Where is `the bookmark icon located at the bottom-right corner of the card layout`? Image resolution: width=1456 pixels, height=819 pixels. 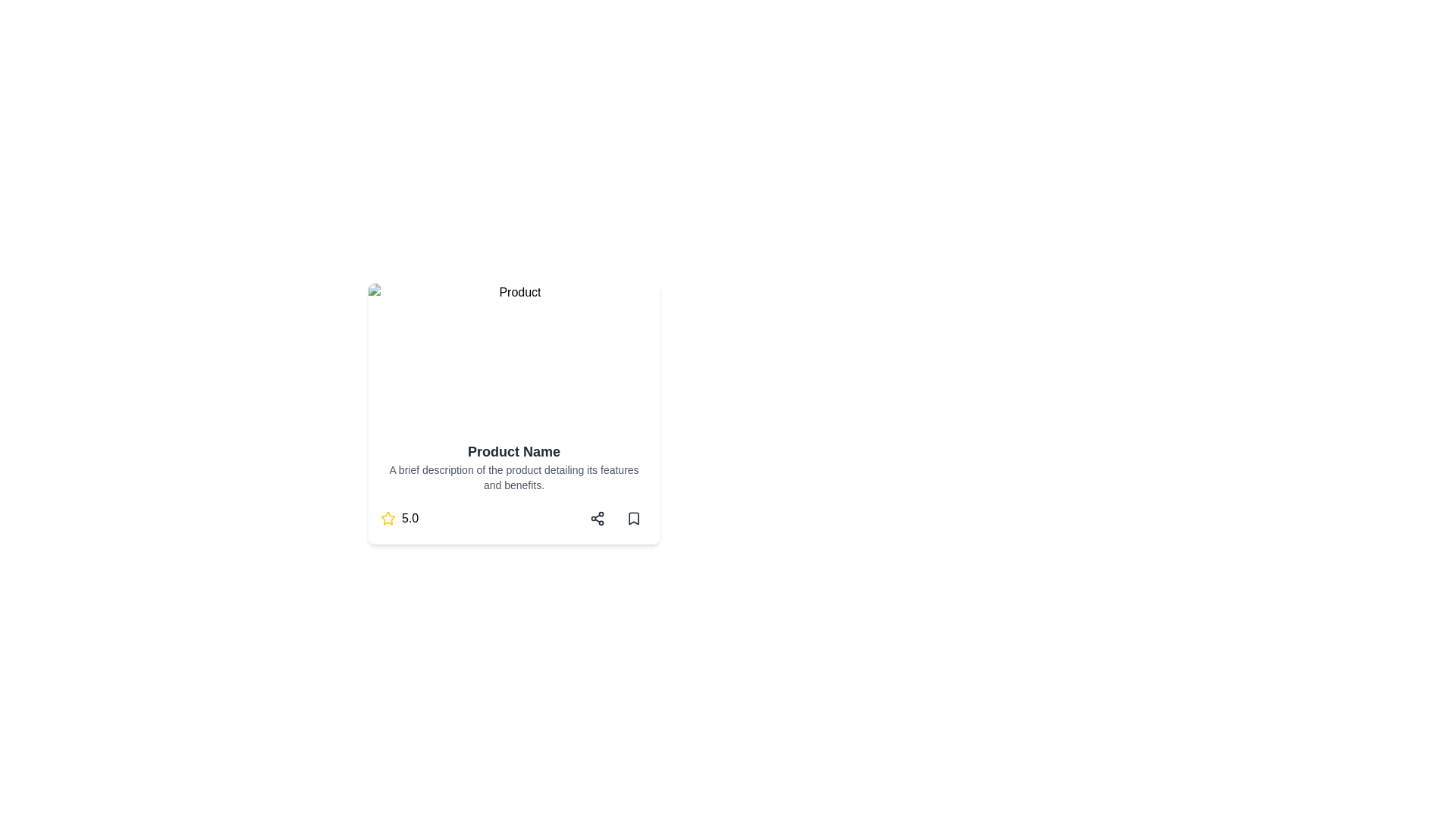
the bookmark icon located at the bottom-right corner of the card layout is located at coordinates (633, 517).